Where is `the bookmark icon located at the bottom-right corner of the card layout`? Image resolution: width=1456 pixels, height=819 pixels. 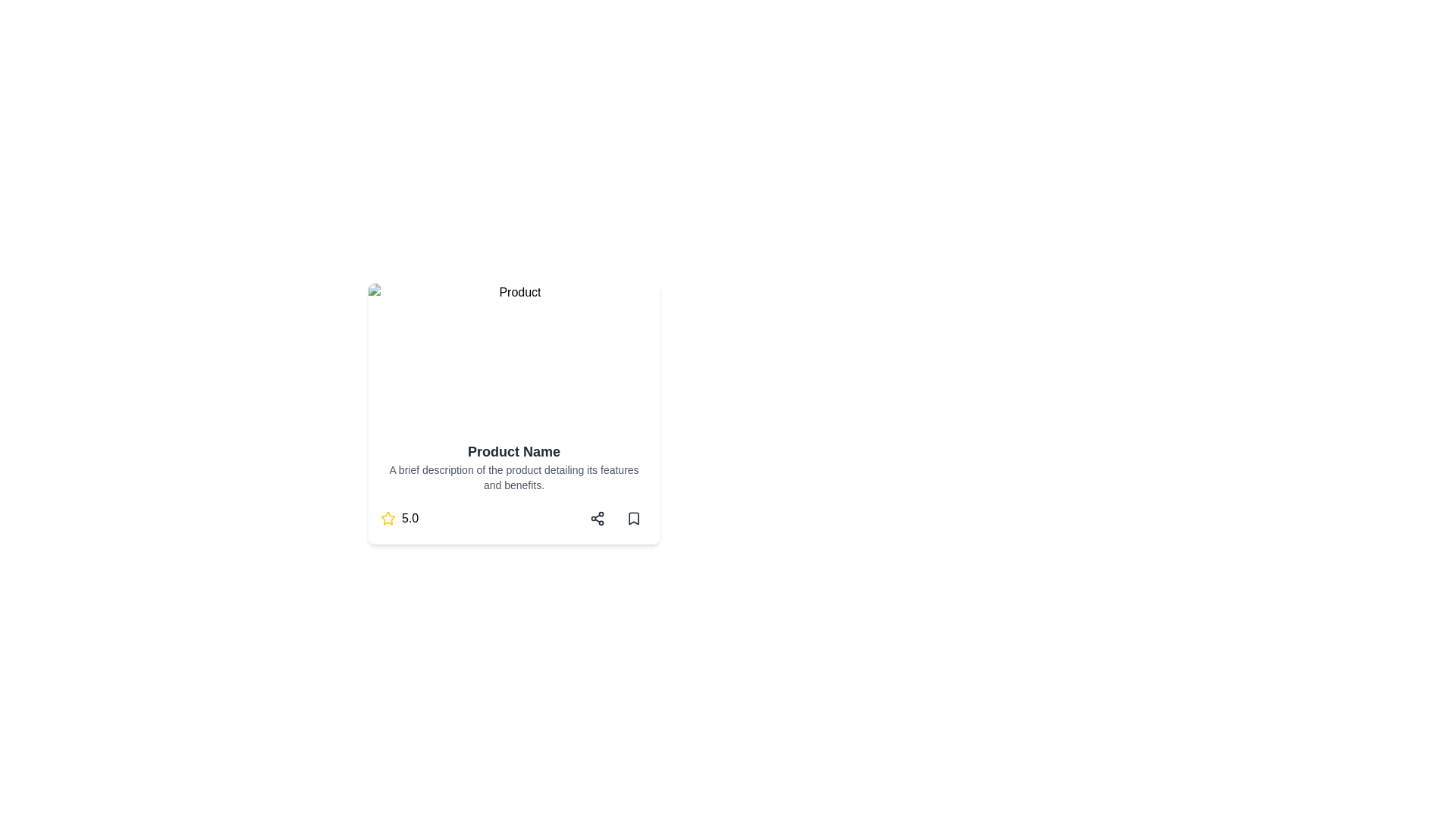
the bookmark icon located at the bottom-right corner of the card layout is located at coordinates (633, 517).